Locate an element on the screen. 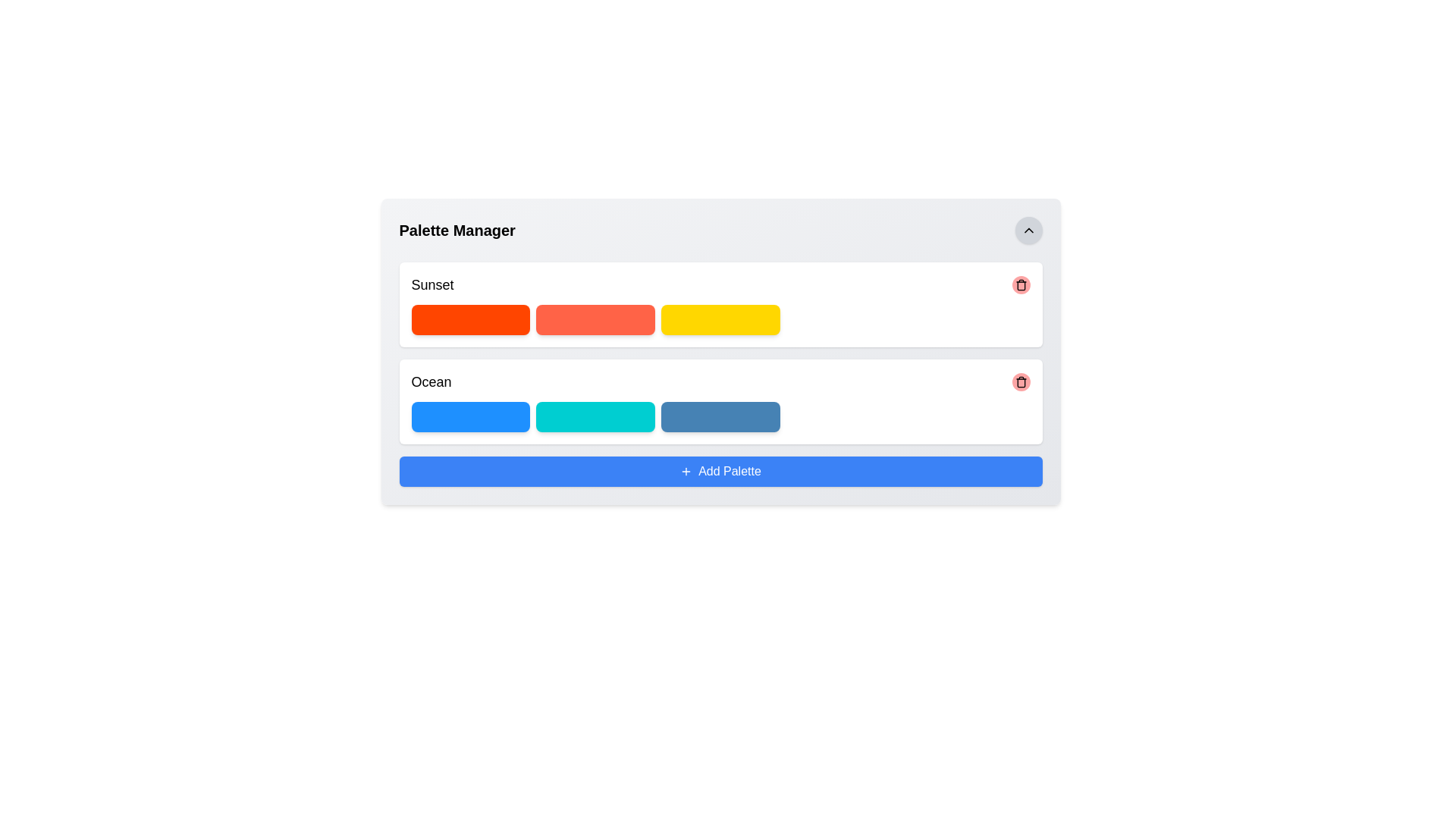 The image size is (1456, 819). the trash icon button, which is a black outlined bin within a circular red button, located to the right of the 'Sunset' palette entry in the palette manager interface is located at coordinates (1021, 284).